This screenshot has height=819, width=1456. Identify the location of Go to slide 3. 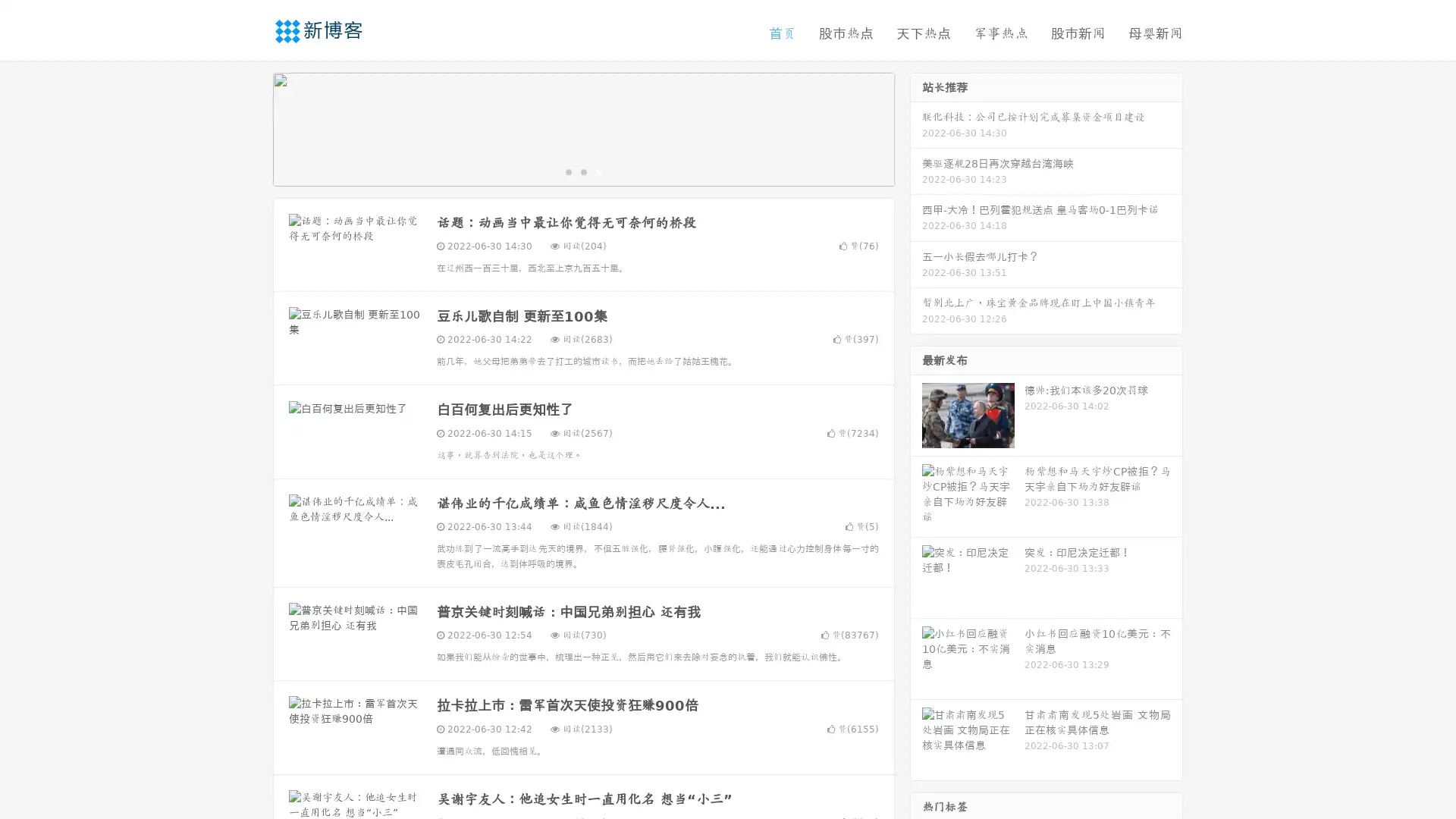
(598, 171).